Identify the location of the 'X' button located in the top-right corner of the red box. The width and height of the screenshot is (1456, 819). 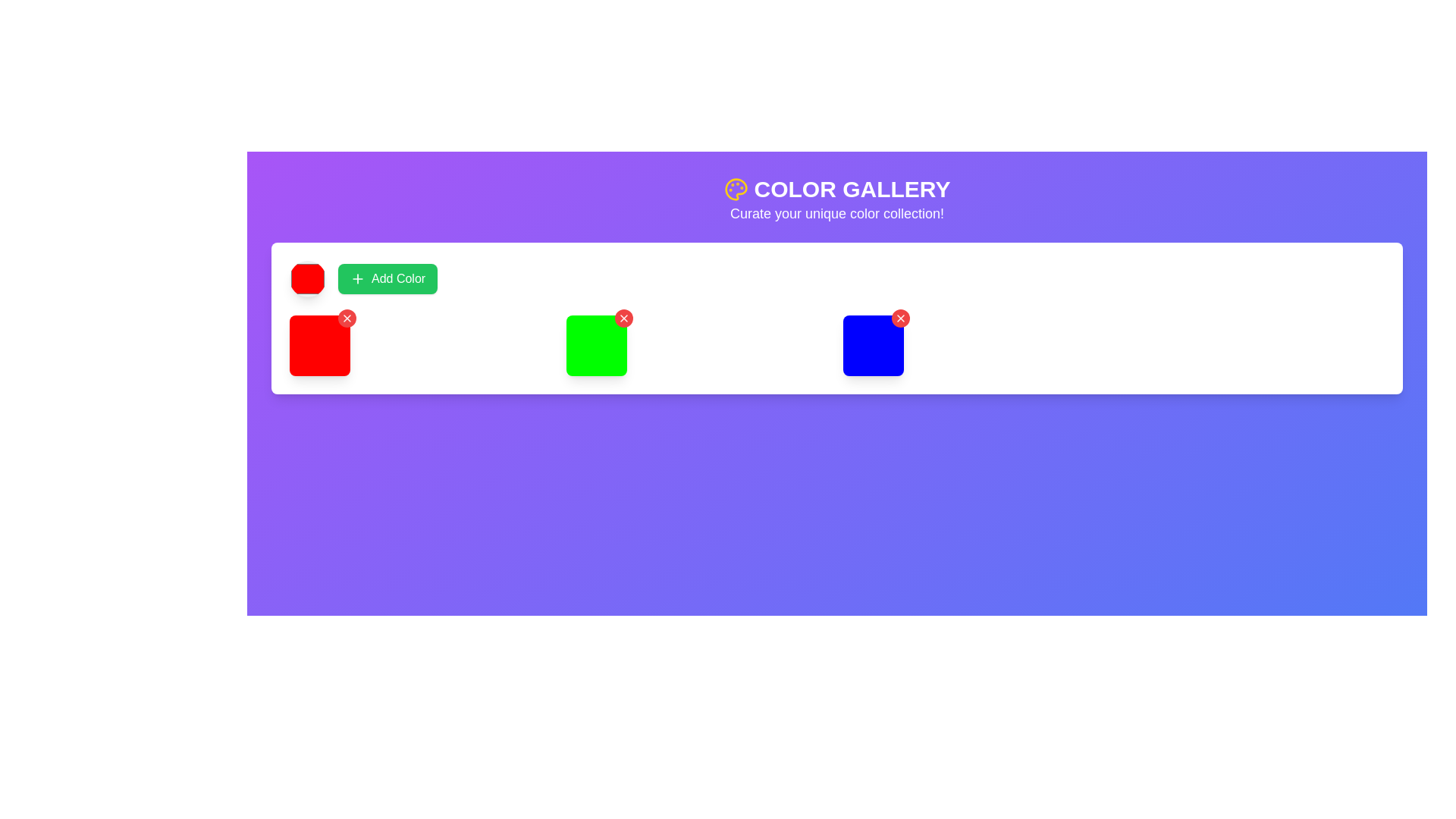
(346, 318).